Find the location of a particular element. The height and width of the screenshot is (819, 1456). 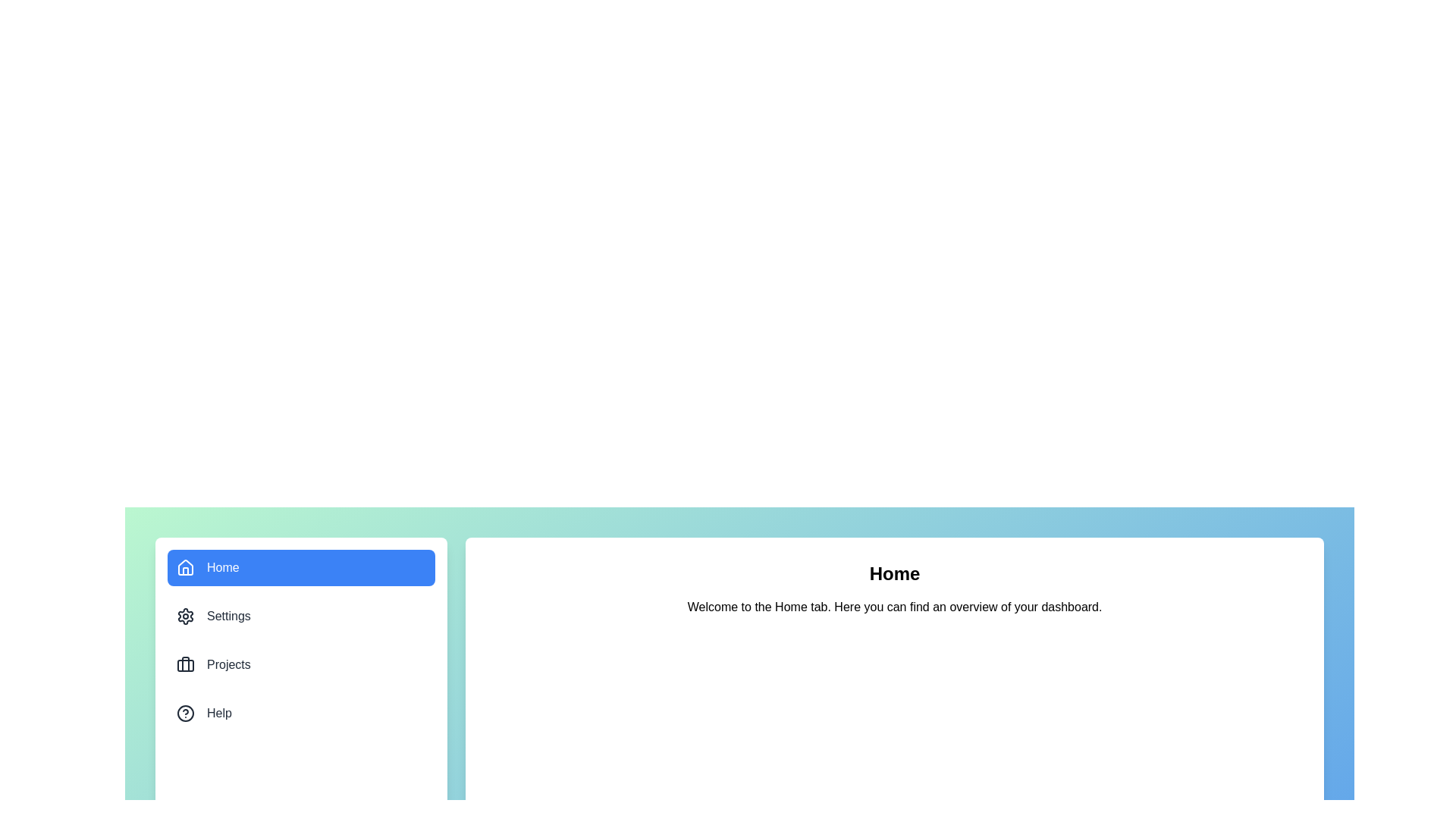

the menu item corresponding to Projects to view its content is located at coordinates (301, 664).